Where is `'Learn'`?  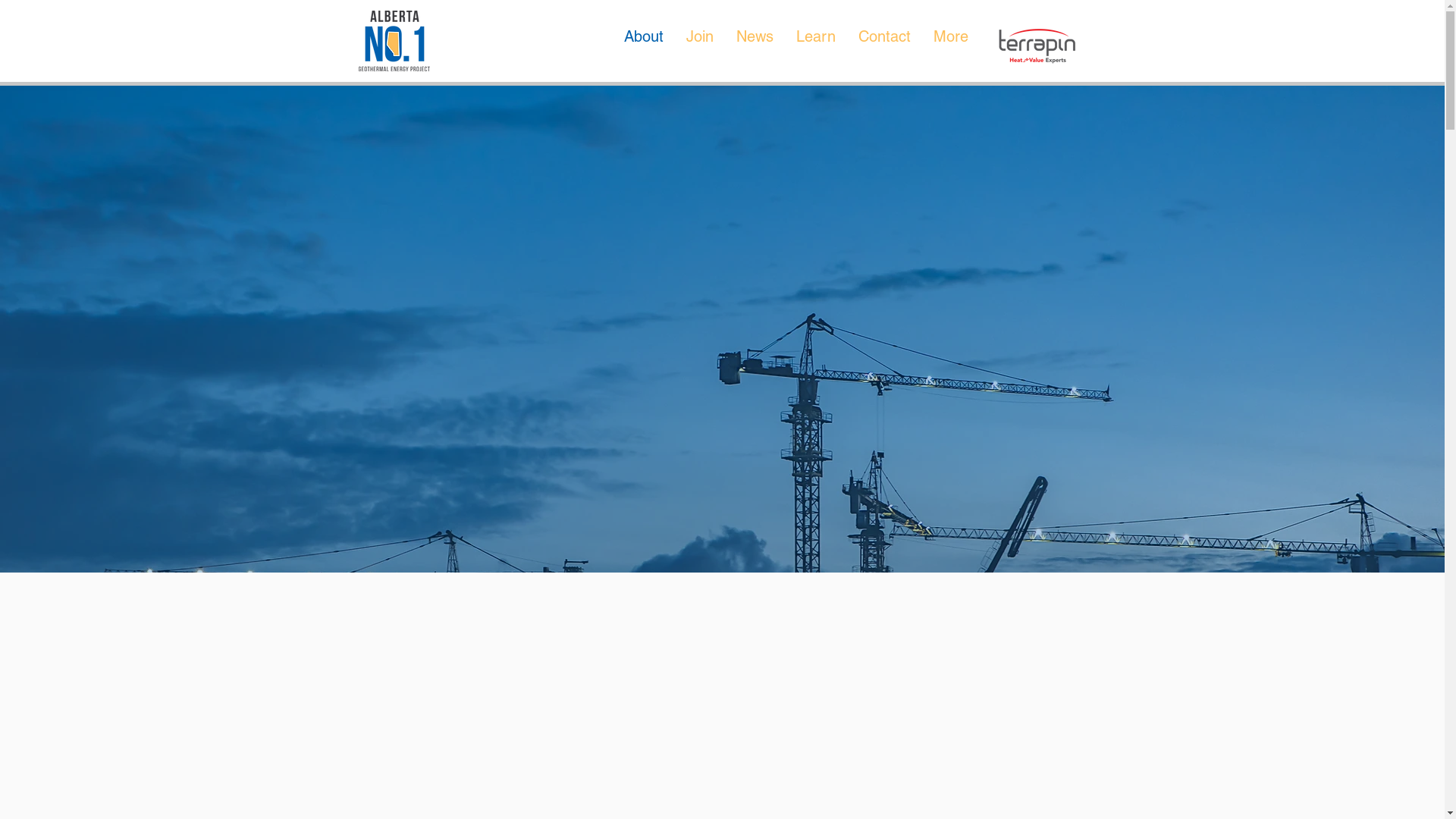 'Learn' is located at coordinates (814, 43).